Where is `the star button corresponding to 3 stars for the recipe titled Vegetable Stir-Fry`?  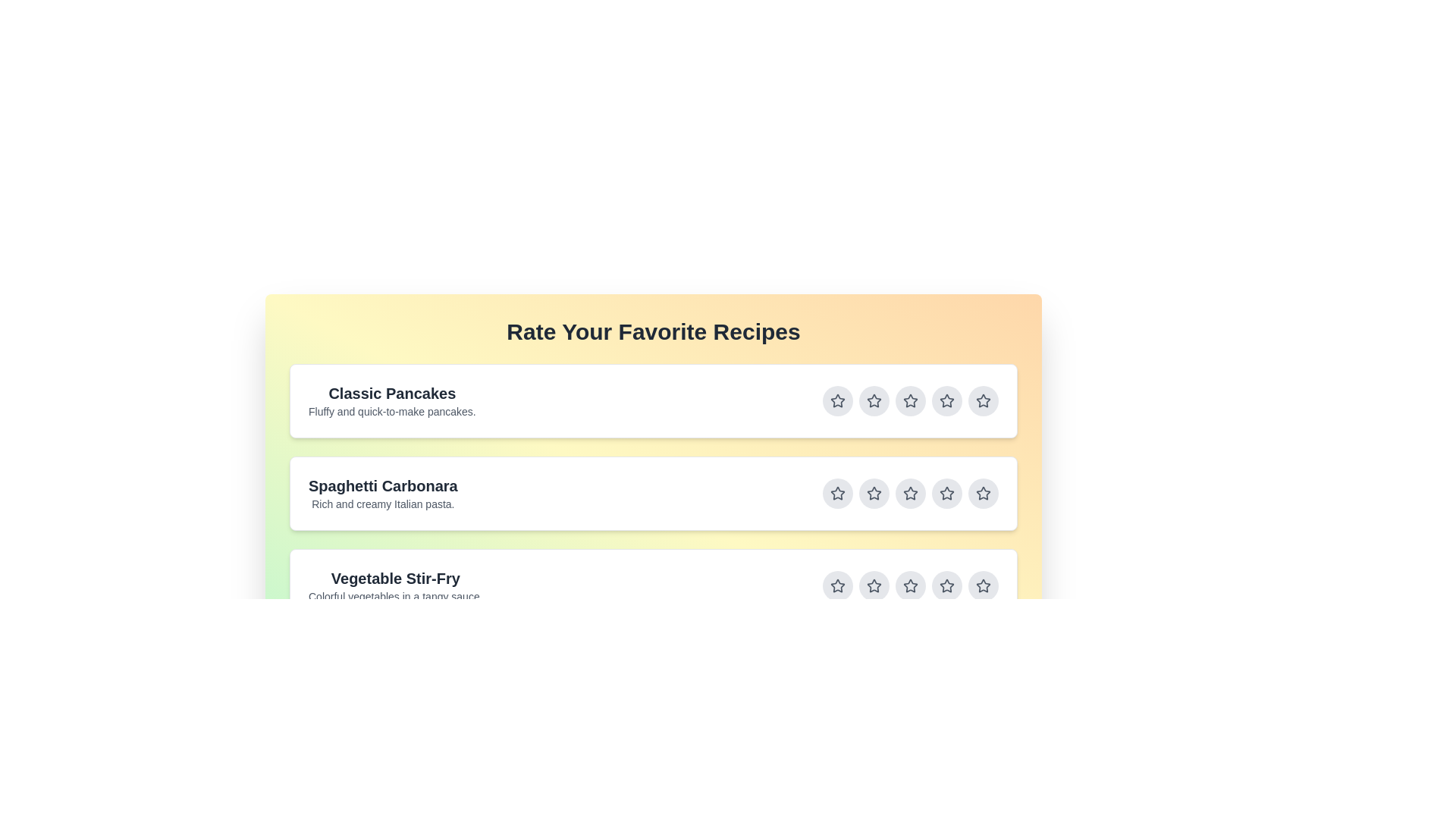
the star button corresponding to 3 stars for the recipe titled Vegetable Stir-Fry is located at coordinates (910, 585).